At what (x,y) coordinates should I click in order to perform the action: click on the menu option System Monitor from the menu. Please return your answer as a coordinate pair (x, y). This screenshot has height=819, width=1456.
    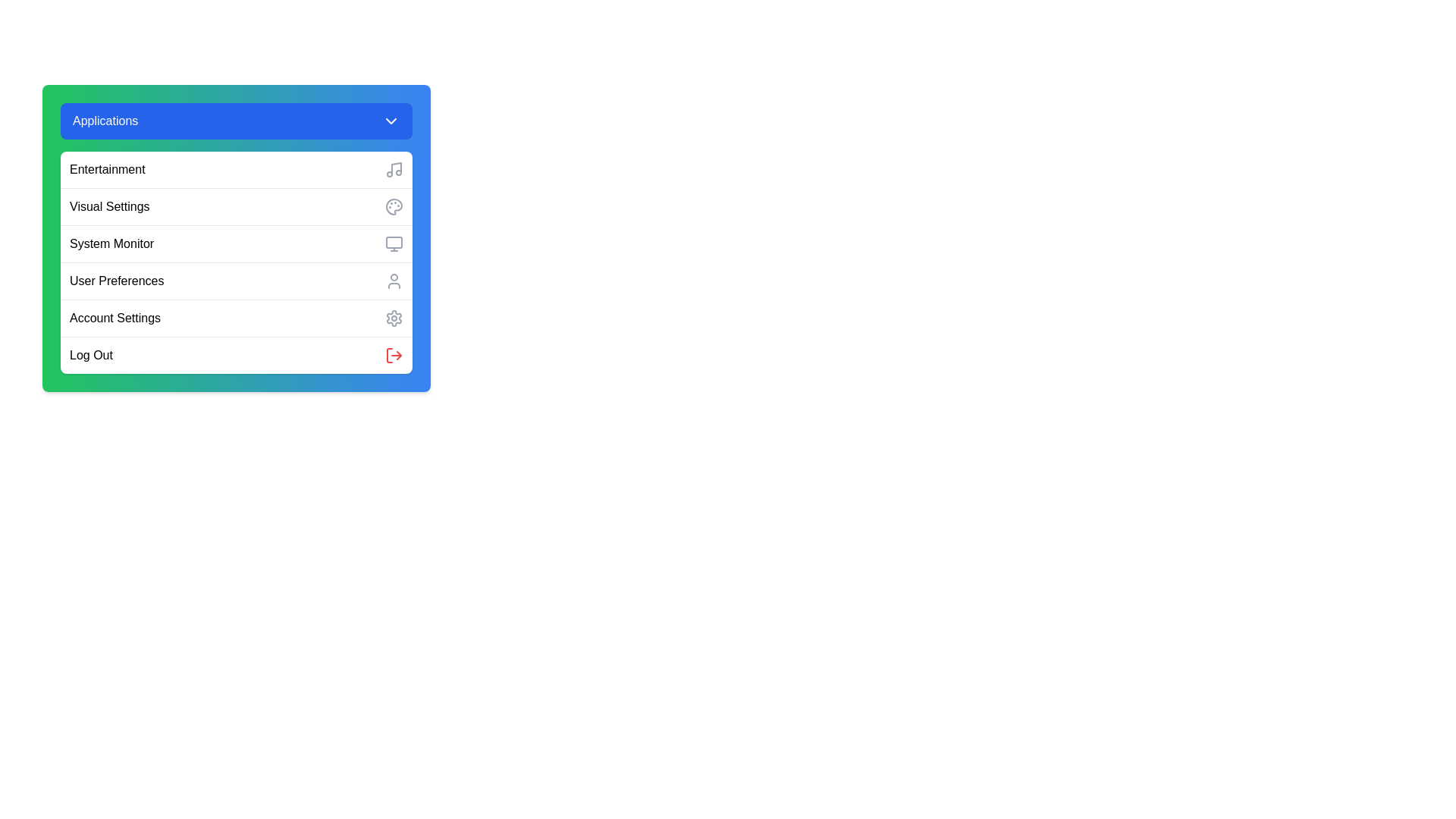
    Looking at the image, I should click on (236, 243).